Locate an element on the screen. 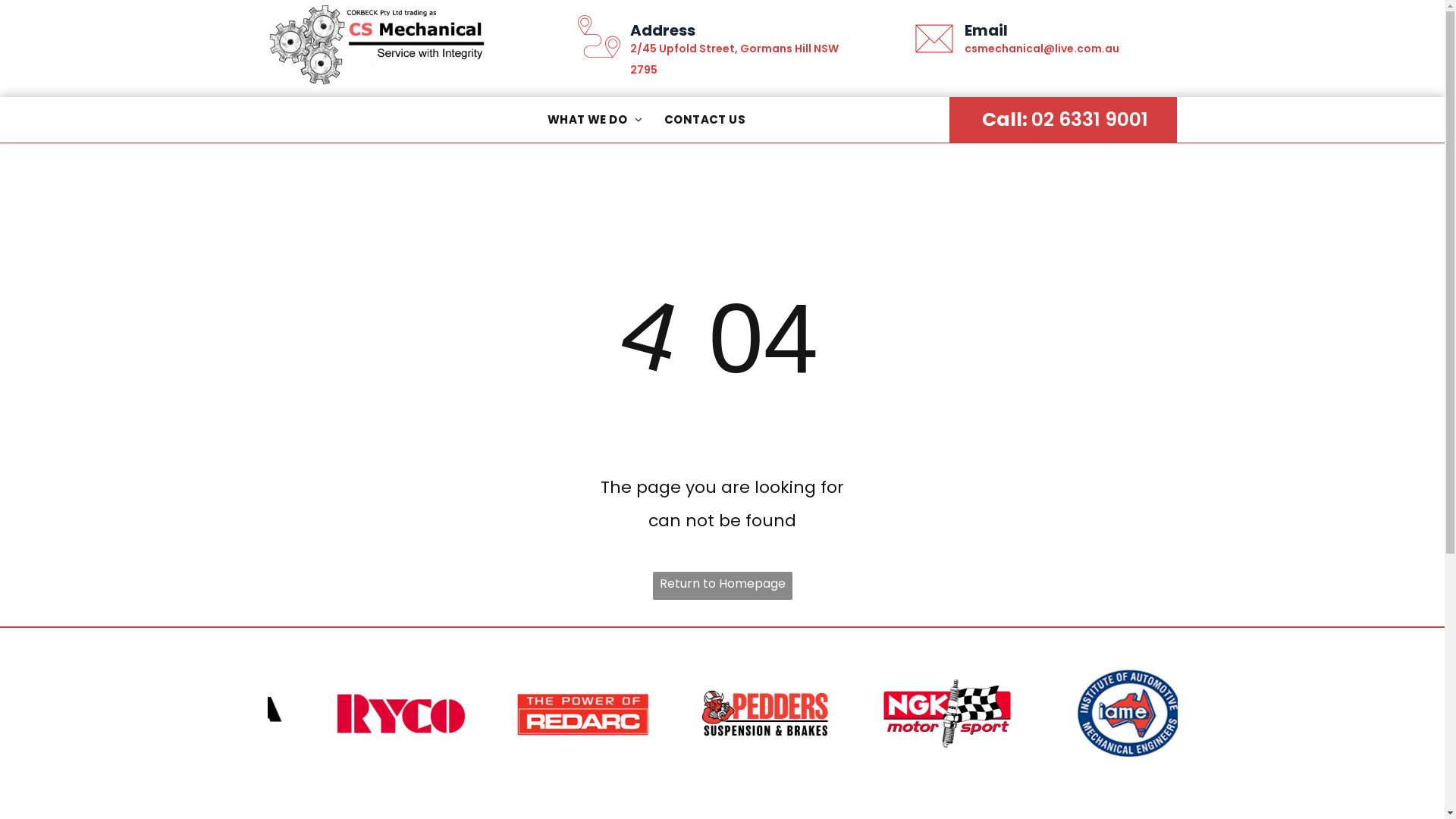  '02 6331 9001' is located at coordinates (1088, 118).